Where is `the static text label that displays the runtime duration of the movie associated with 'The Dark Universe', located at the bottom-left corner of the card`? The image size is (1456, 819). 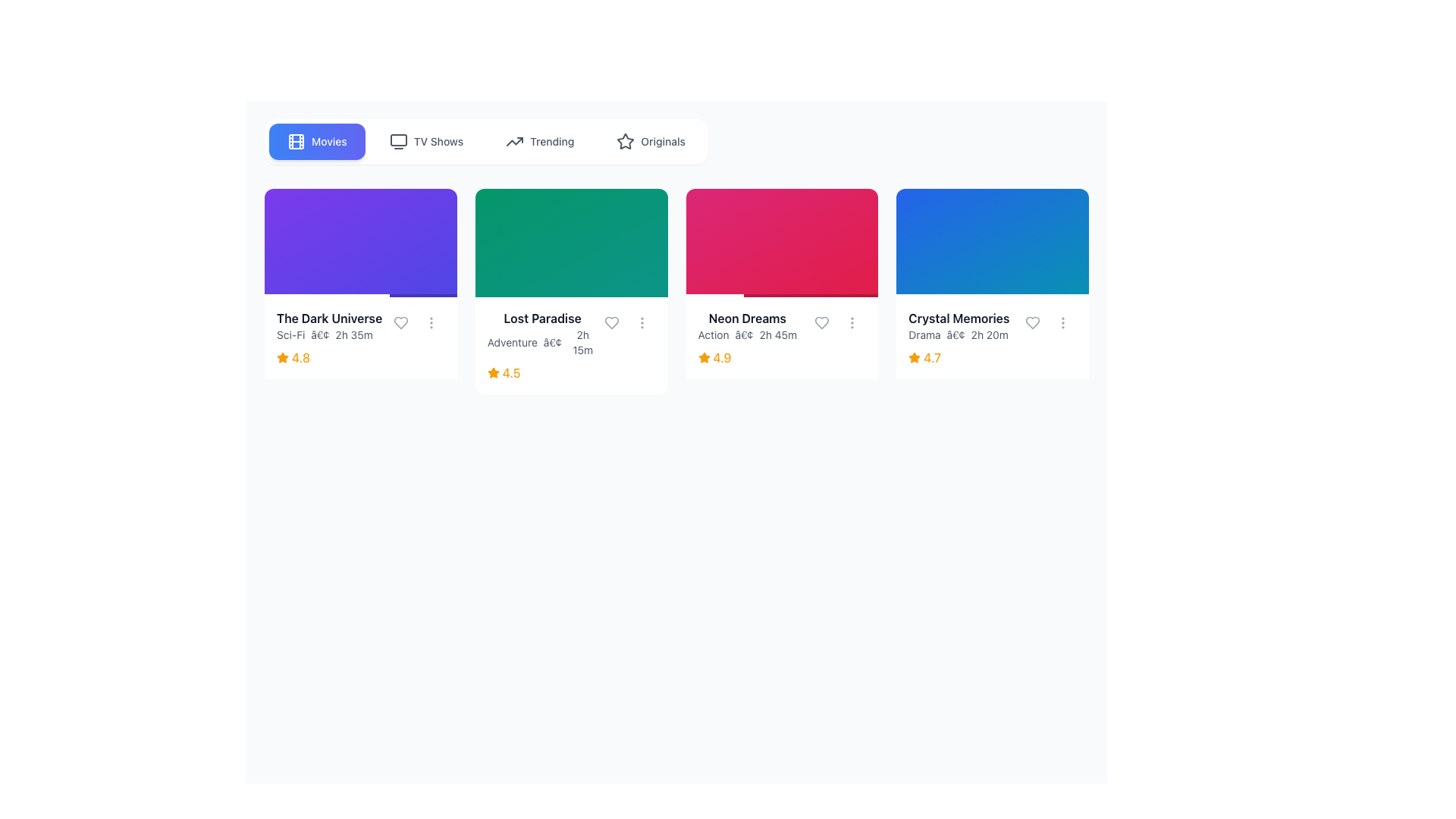 the static text label that displays the runtime duration of the movie associated with 'The Dark Universe', located at the bottom-left corner of the card is located at coordinates (353, 334).